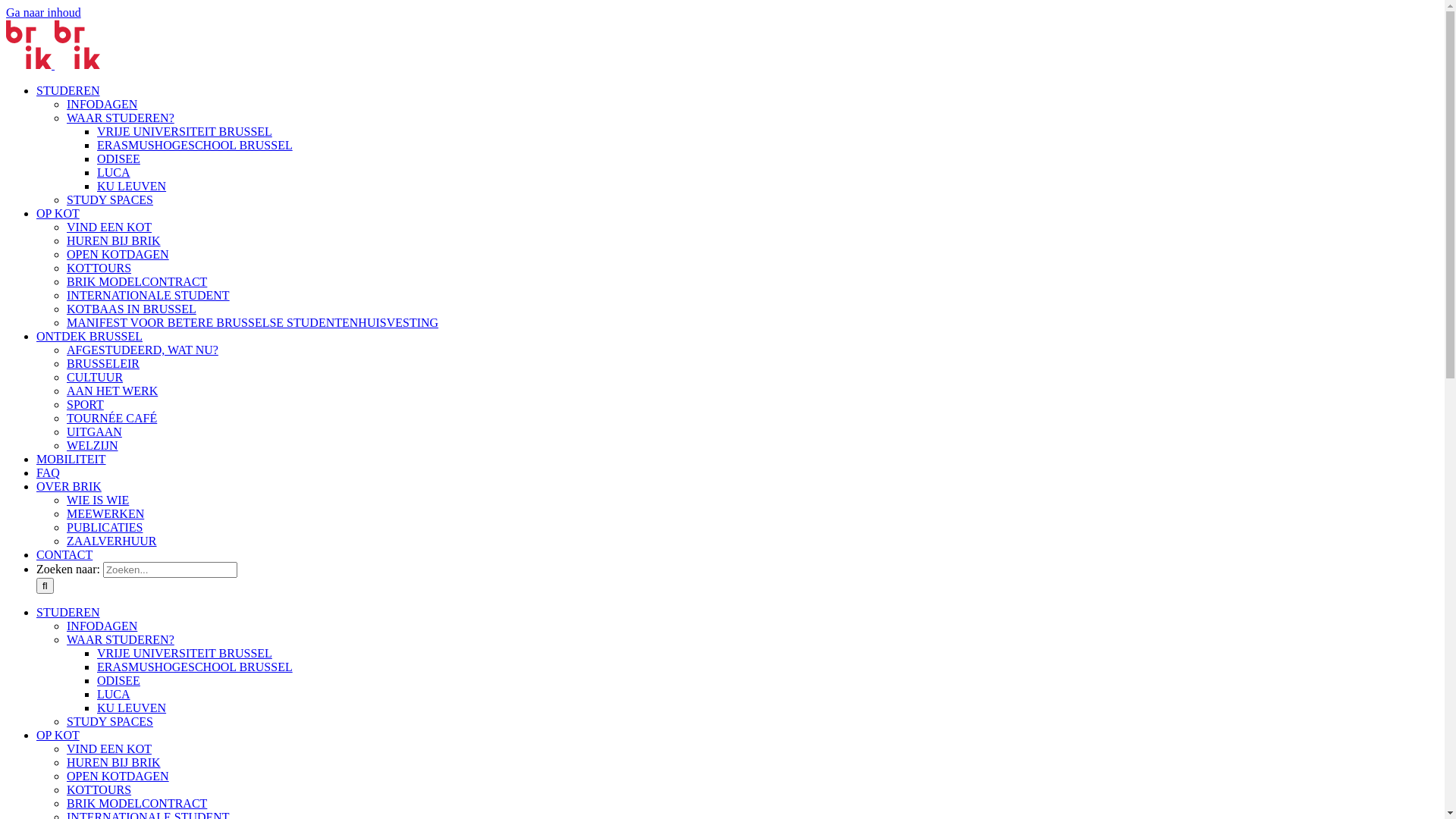  What do you see at coordinates (117, 253) in the screenshot?
I see `'OPEN KOTDAGEN'` at bounding box center [117, 253].